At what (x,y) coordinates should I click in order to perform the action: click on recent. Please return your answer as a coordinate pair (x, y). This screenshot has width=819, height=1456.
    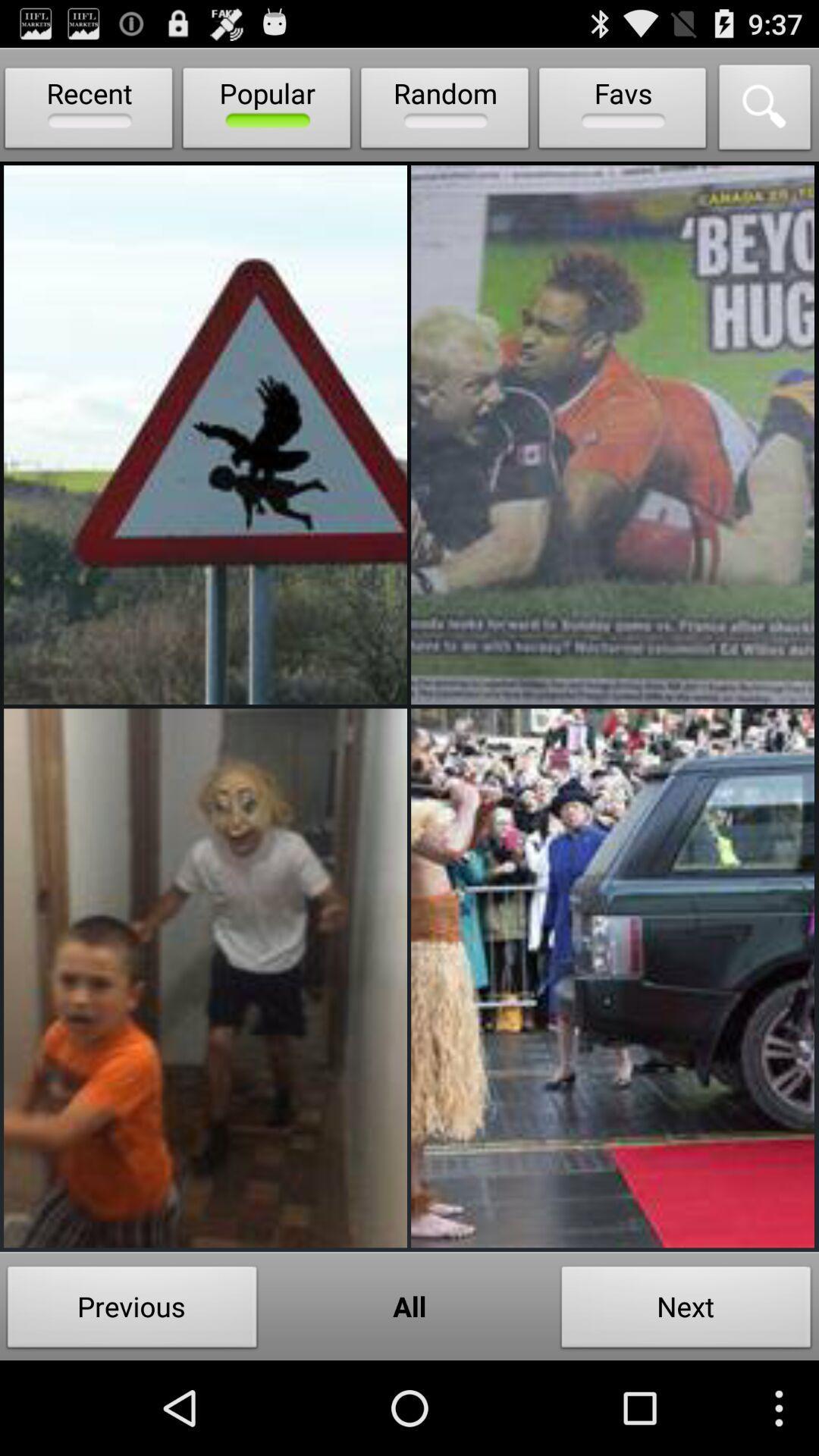
    Looking at the image, I should click on (89, 111).